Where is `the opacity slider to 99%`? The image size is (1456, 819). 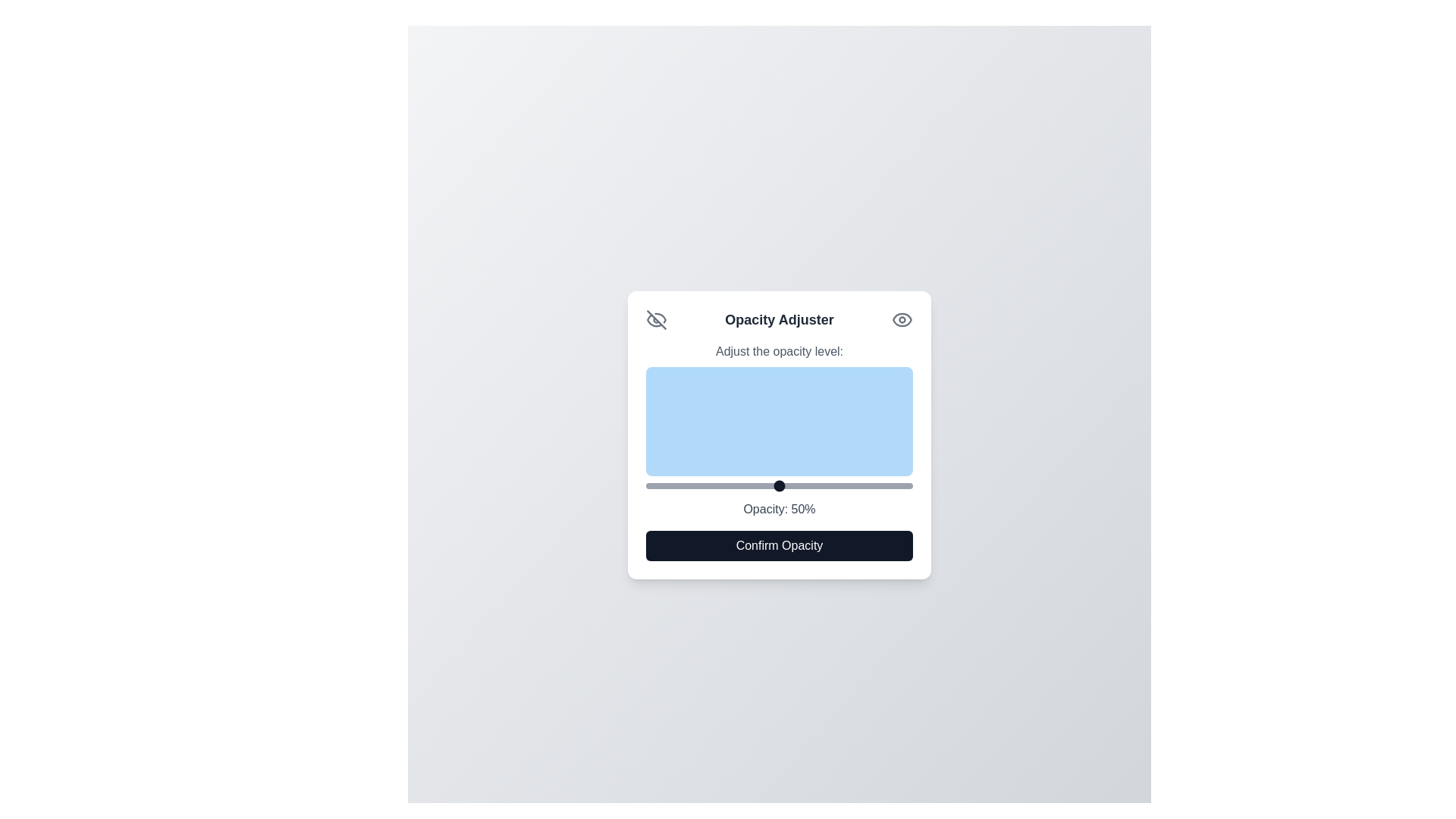
the opacity slider to 99% is located at coordinates (910, 485).